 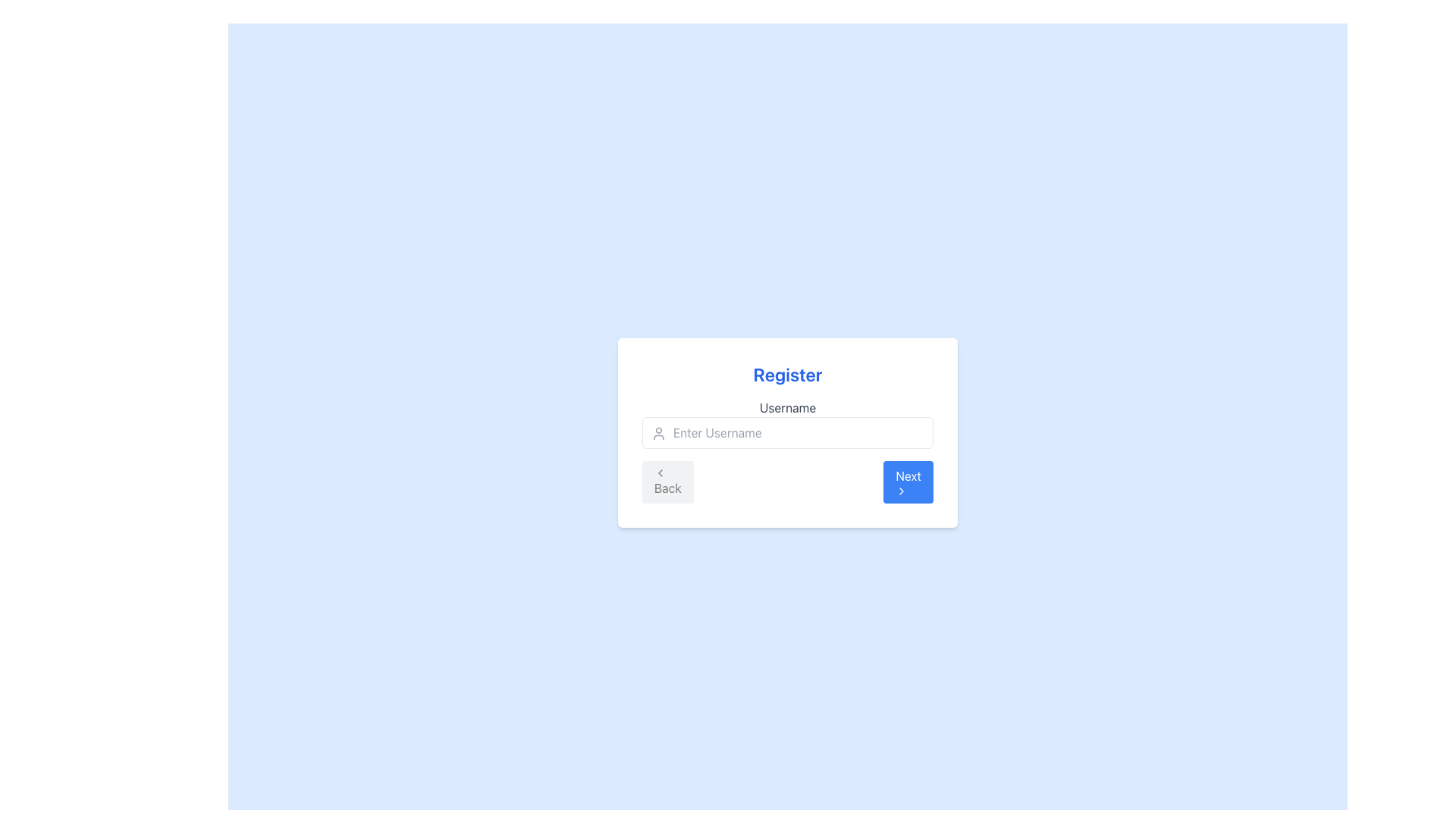 I want to click on the Text Label that indicates the username input field, which is positioned above the corresponding input field and slightly right-aligned within the form interface, so click(x=787, y=406).